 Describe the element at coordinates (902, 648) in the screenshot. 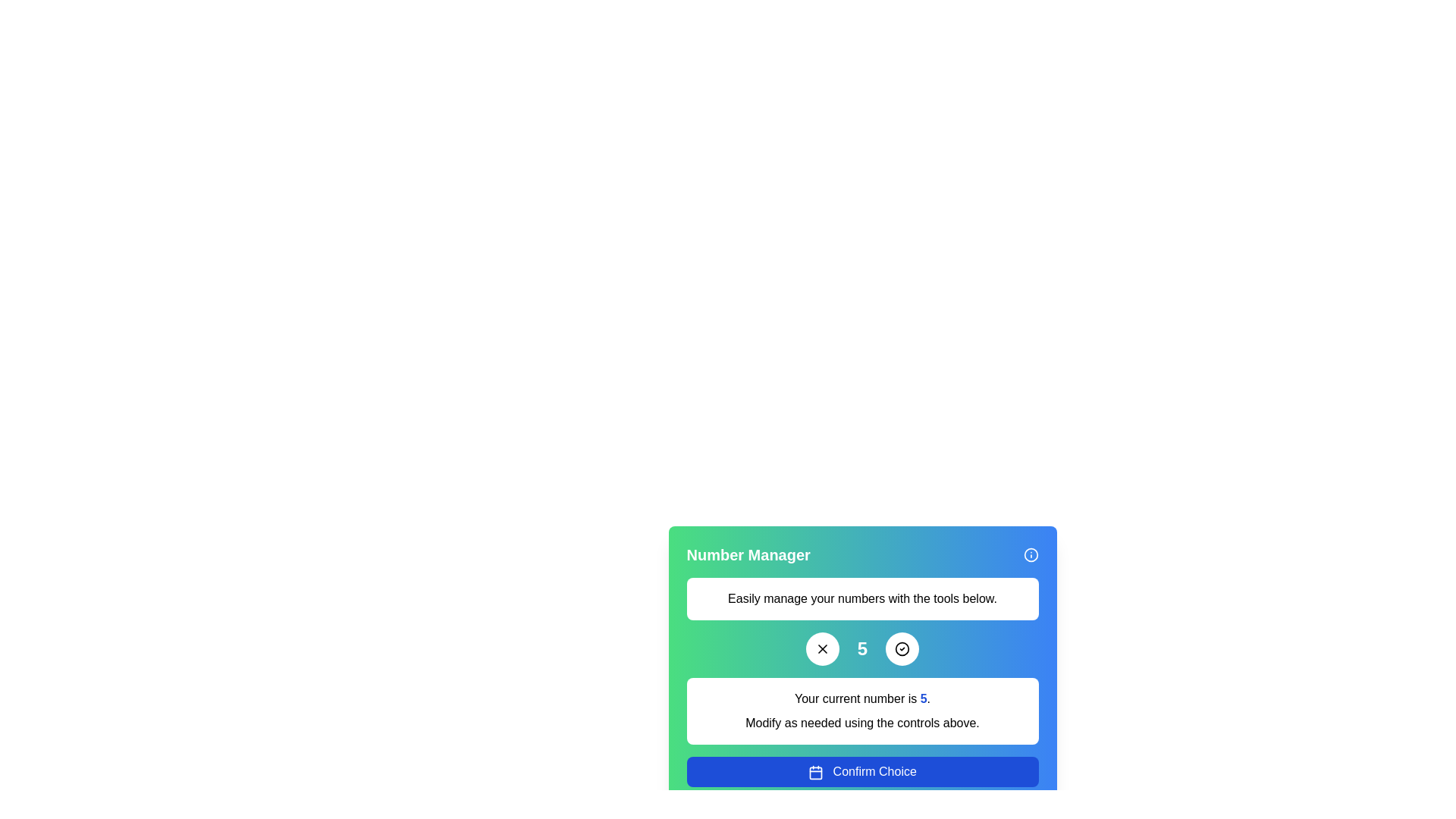

I see `the confirmation button with a checkmark icon, located to the right of the button with a cross icon and the text '5', to confirm or select` at that location.